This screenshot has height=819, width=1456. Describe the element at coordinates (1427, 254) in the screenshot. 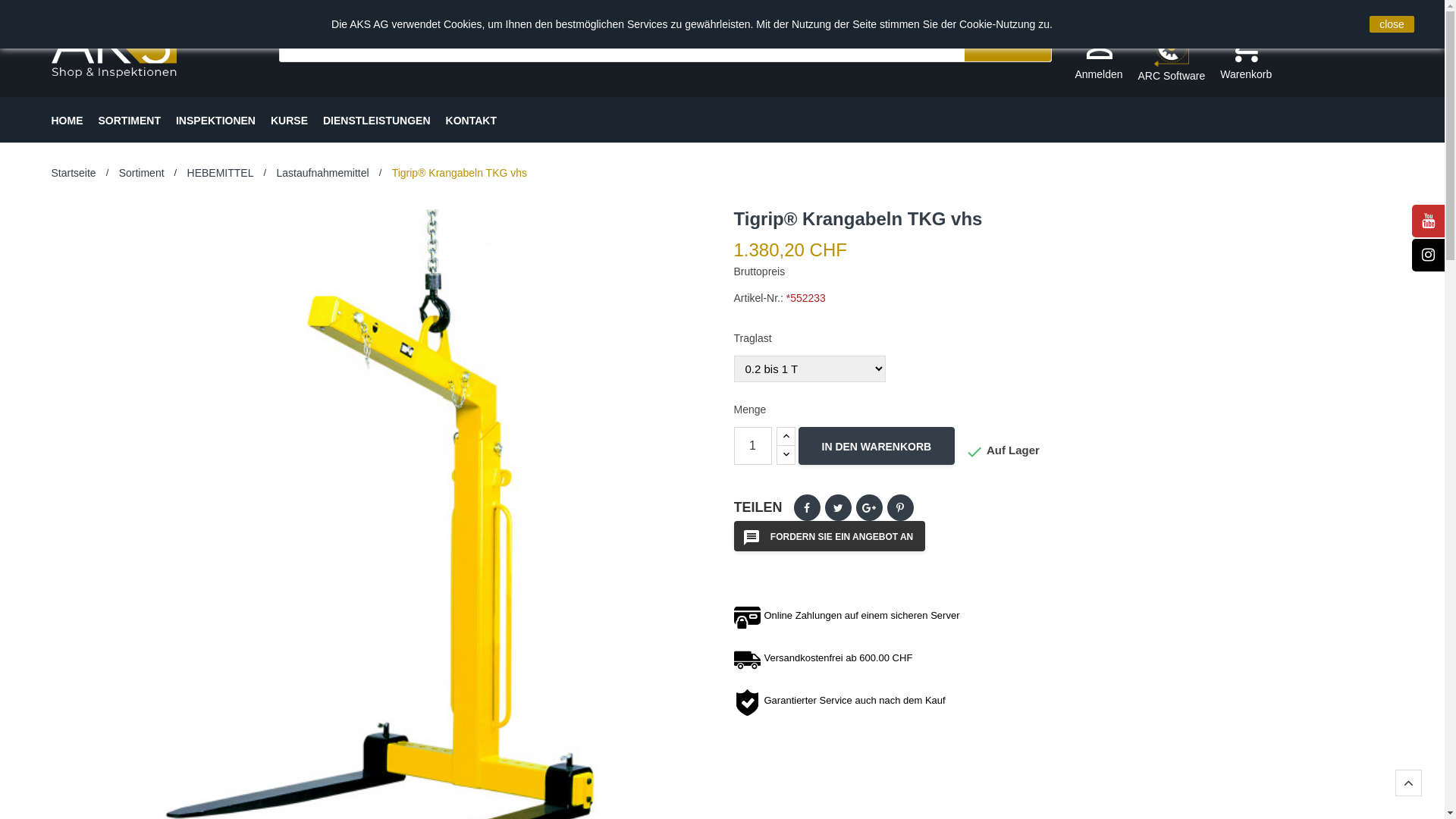

I see `'Instagram'` at that location.